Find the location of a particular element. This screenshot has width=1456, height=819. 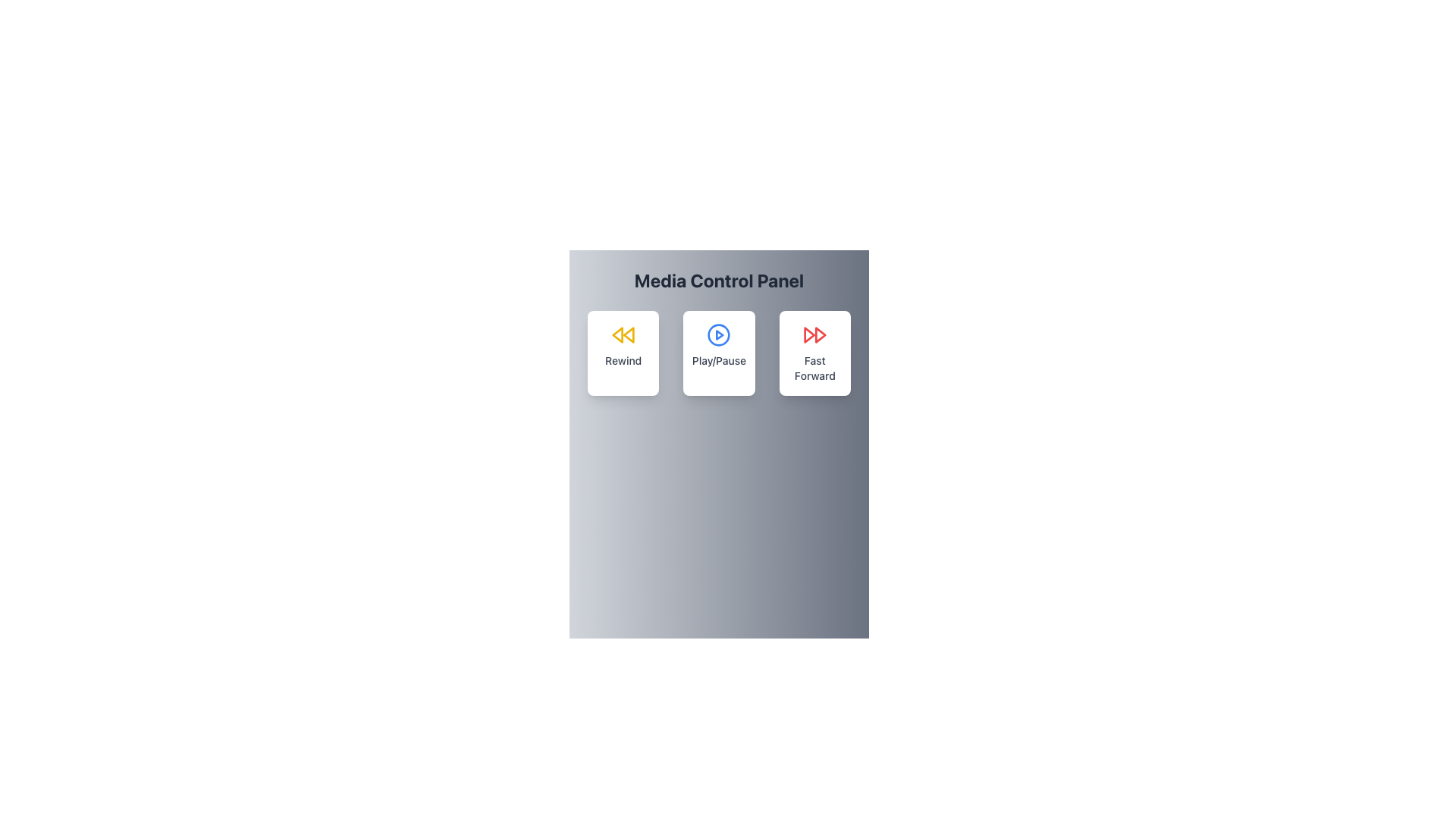

the middle button in the Media Control Panel is located at coordinates (718, 353).